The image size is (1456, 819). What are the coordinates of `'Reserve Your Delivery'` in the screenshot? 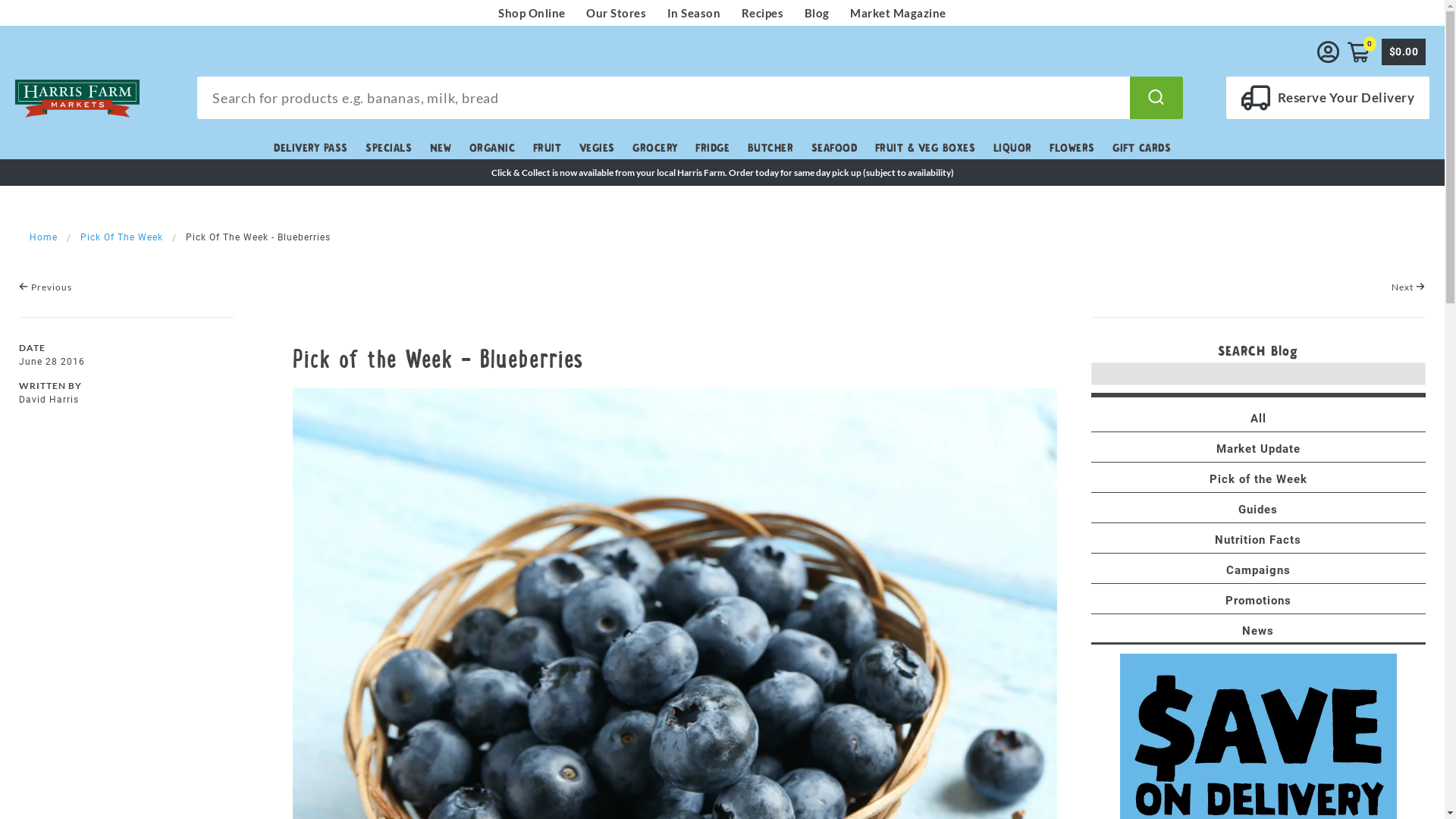 It's located at (1326, 103).